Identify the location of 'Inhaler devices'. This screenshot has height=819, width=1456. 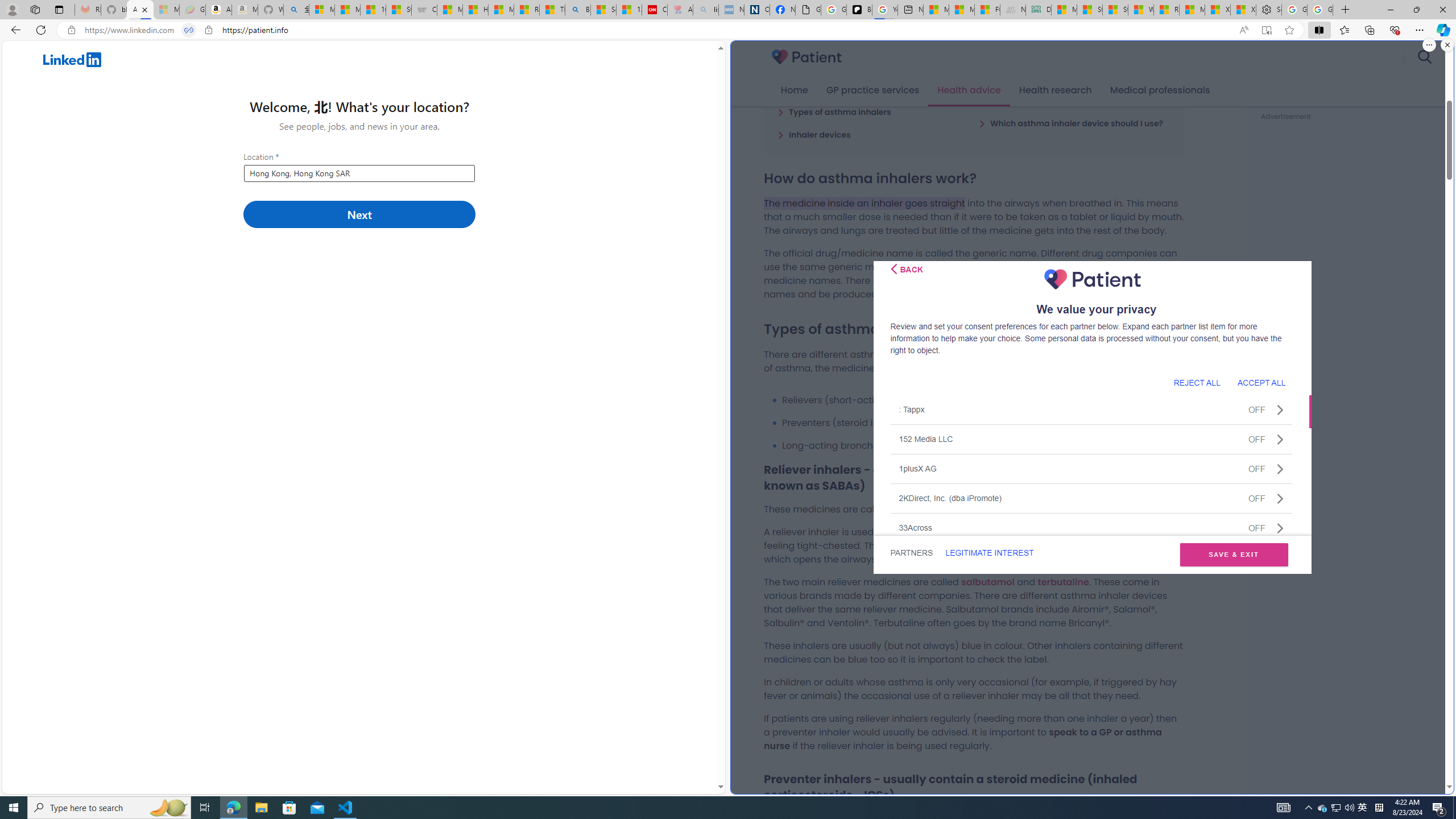
(813, 134).